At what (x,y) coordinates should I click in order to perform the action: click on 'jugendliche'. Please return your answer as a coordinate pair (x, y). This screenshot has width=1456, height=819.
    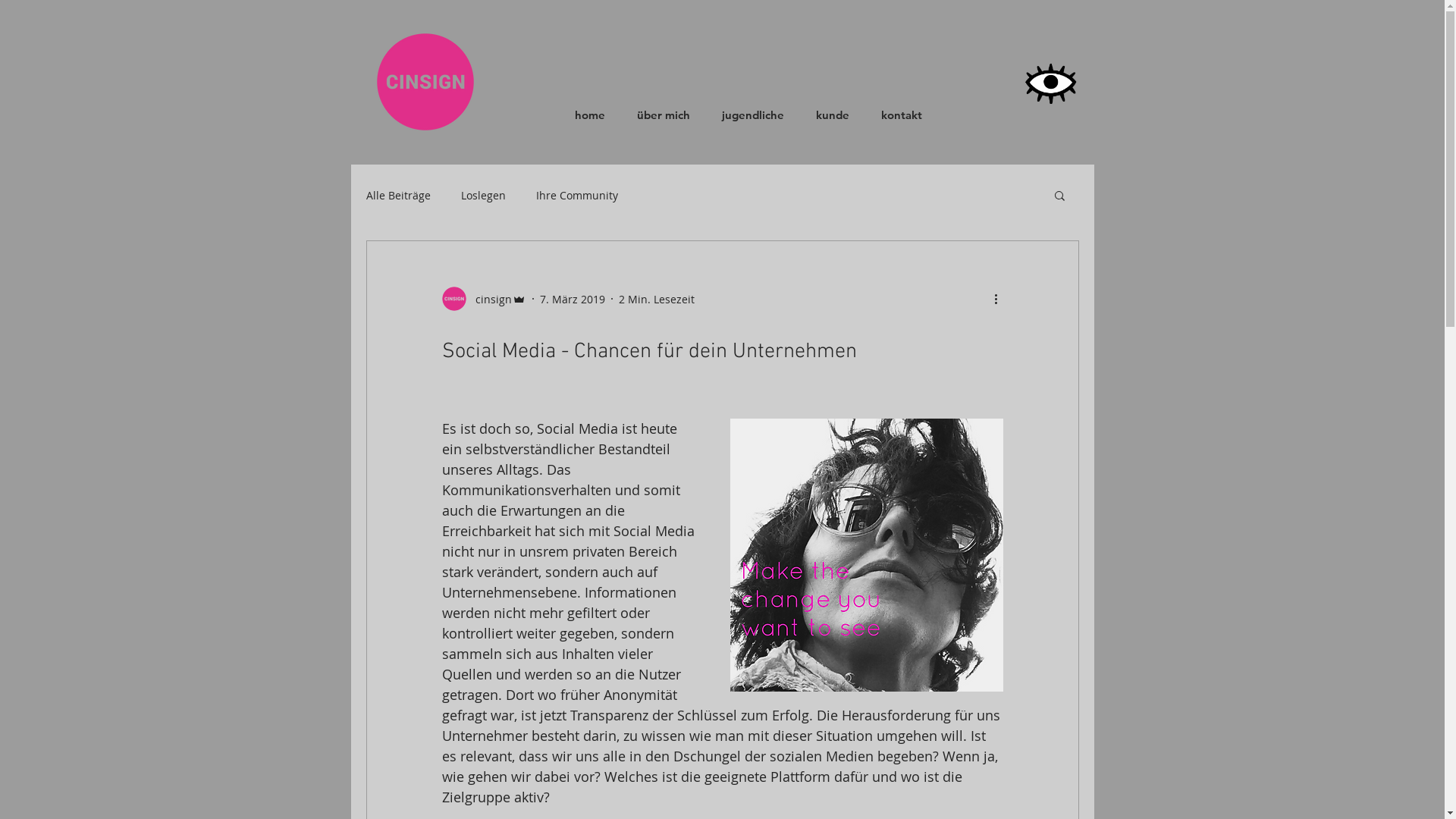
    Looking at the image, I should click on (752, 114).